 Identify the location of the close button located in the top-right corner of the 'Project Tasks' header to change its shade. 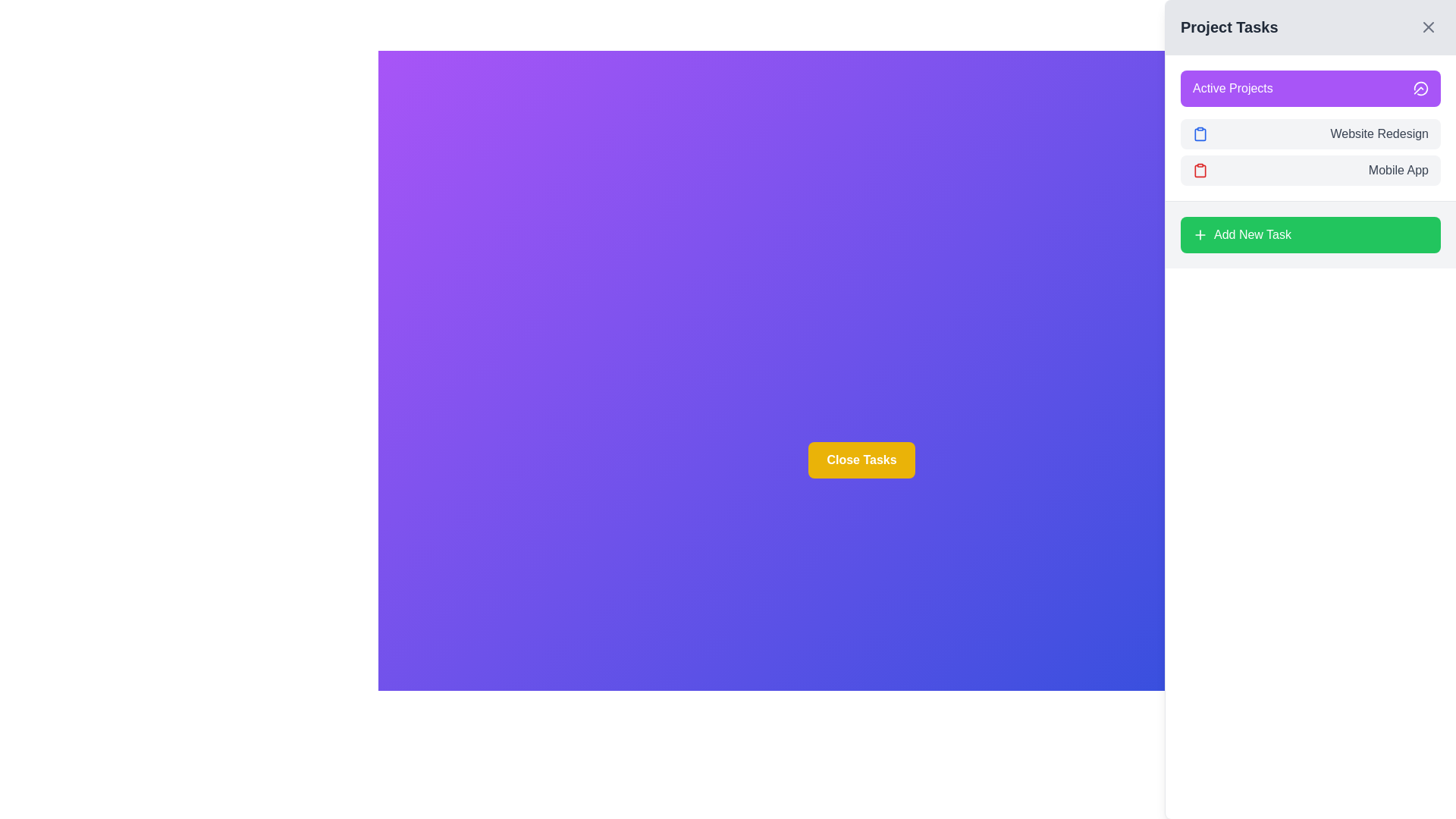
(1427, 27).